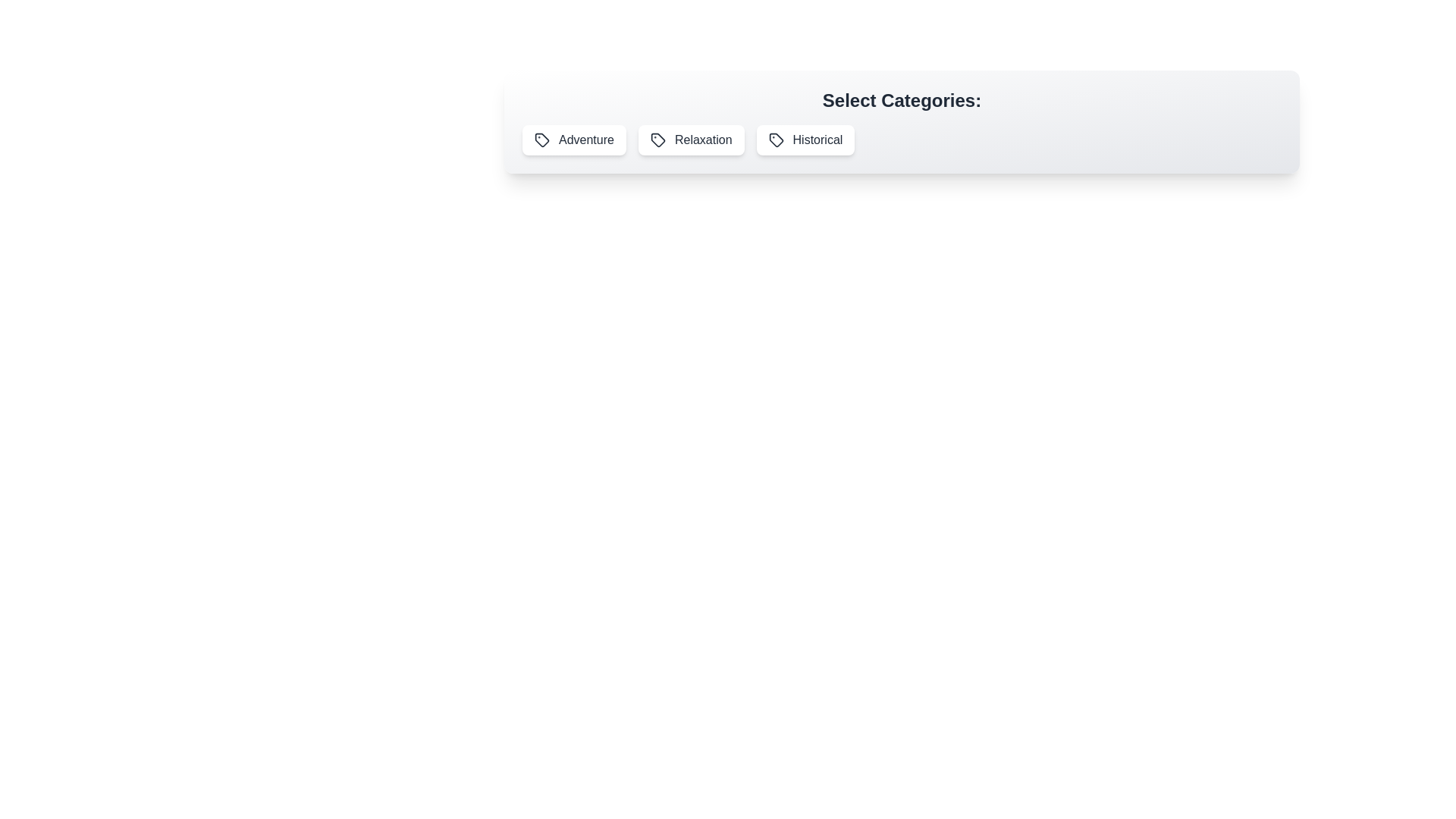 Image resolution: width=1456 pixels, height=819 pixels. I want to click on the tag labeled Historical, so click(804, 140).